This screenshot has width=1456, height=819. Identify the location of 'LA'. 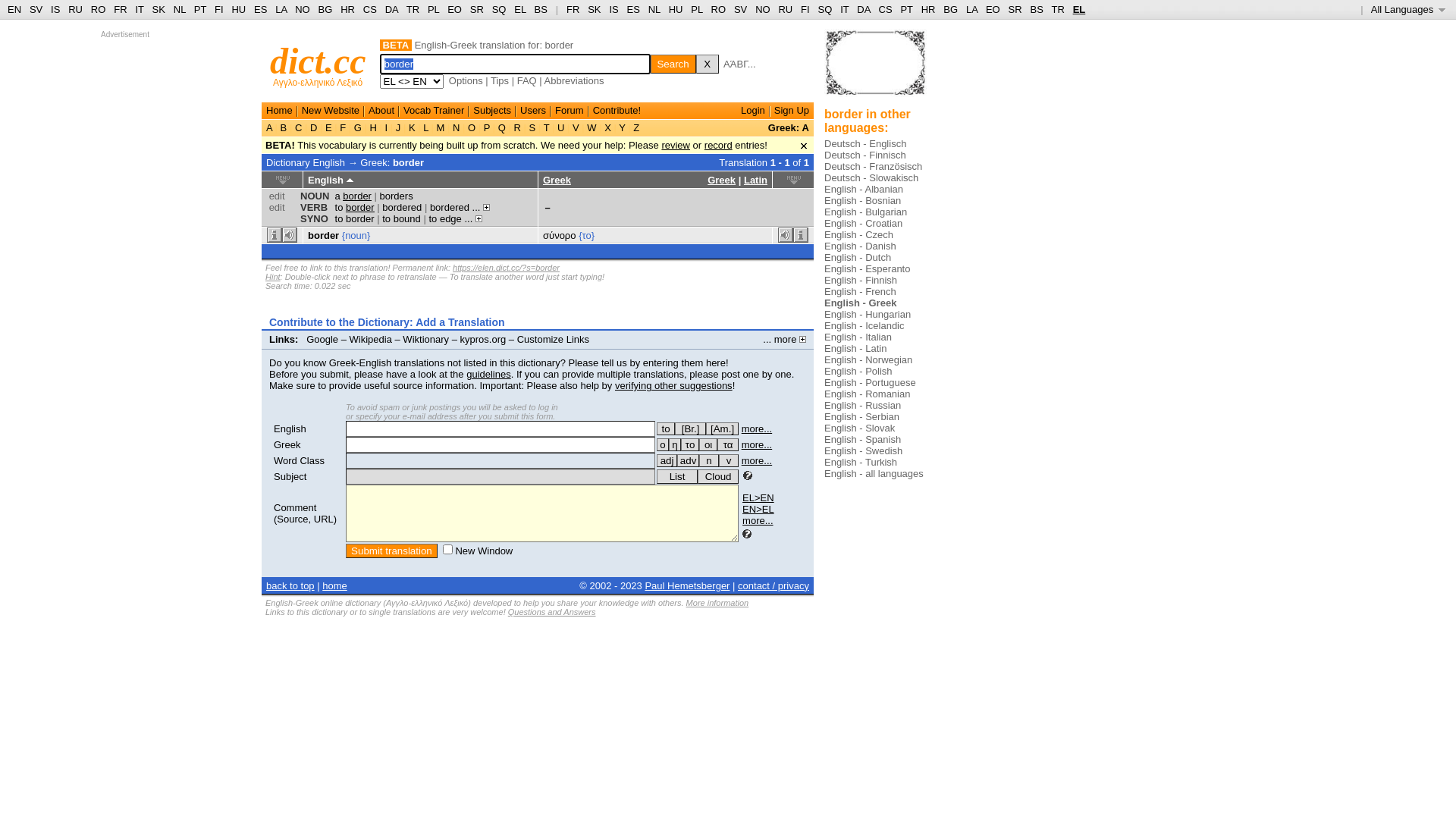
(971, 9).